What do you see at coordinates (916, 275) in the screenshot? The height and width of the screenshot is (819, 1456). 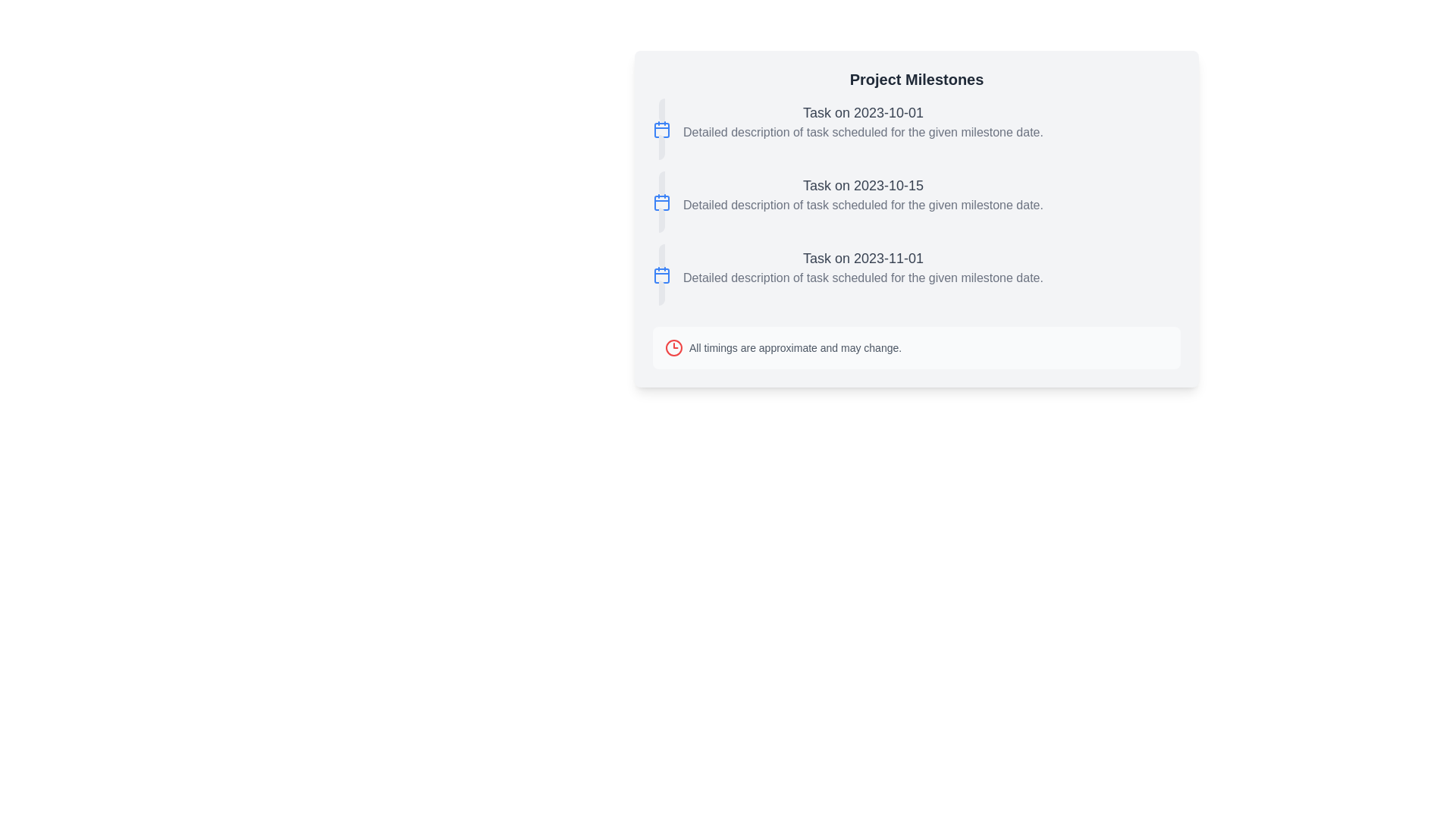 I see `the third milestone list item which displays its date, title, and description for potential additional details` at bounding box center [916, 275].